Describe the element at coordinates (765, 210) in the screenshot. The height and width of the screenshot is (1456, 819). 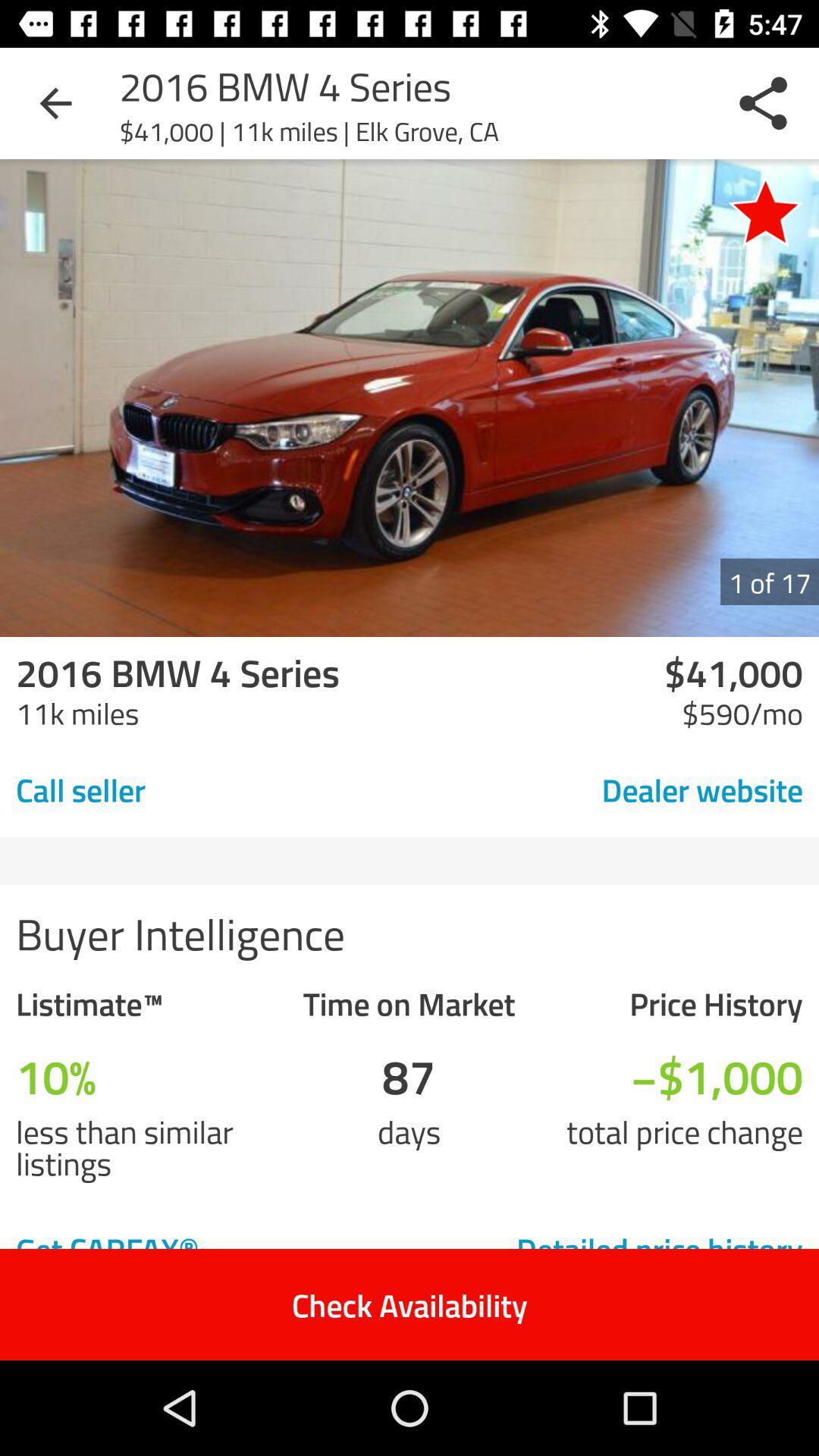
I see `the star icon` at that location.